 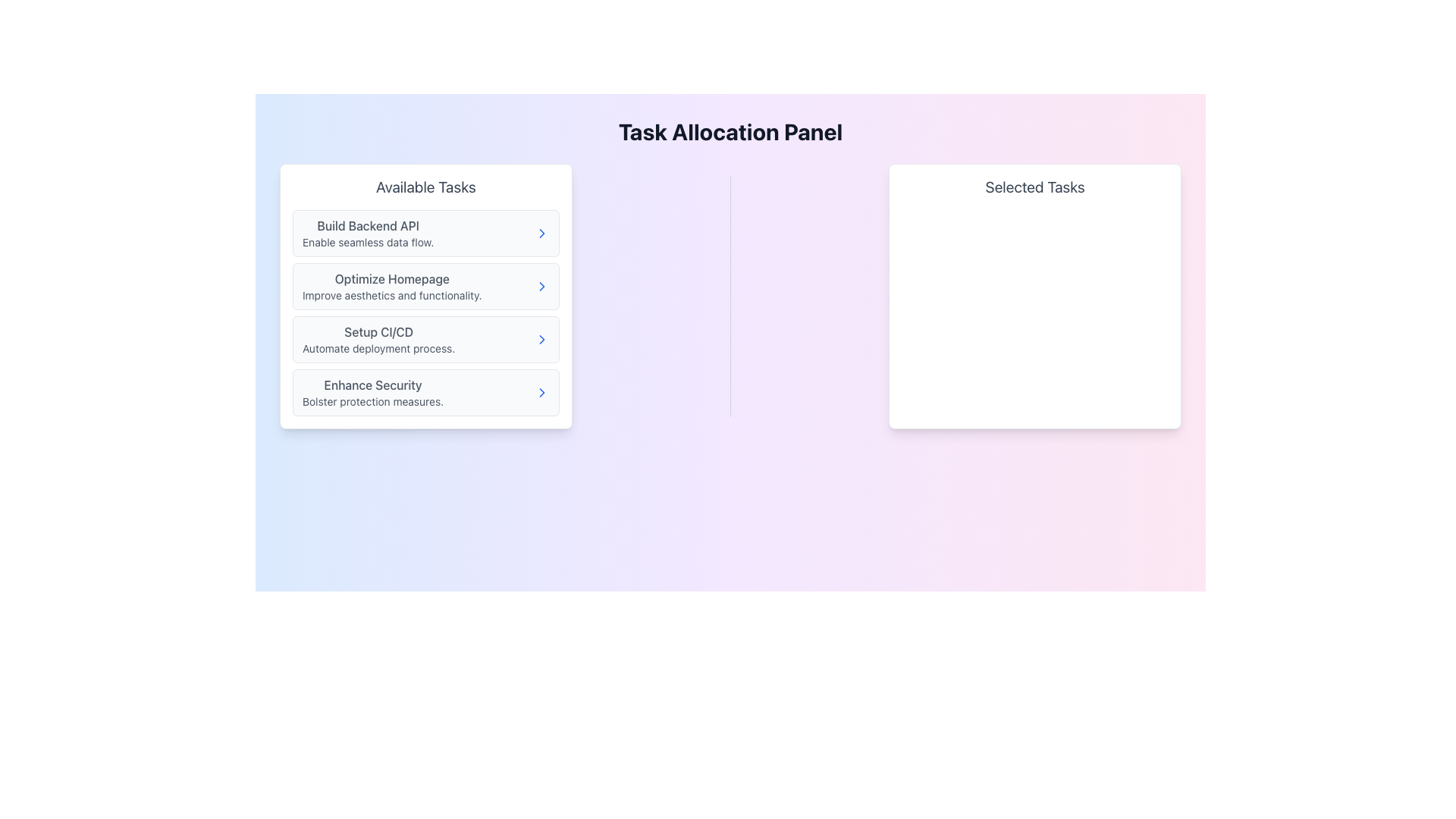 What do you see at coordinates (392, 287) in the screenshot?
I see `to select the task labeled 'Optimize Homepage' in the 'Available Tasks' panel, which is positioned below 'Build Backend API' and above 'Setup CI/CD'` at bounding box center [392, 287].